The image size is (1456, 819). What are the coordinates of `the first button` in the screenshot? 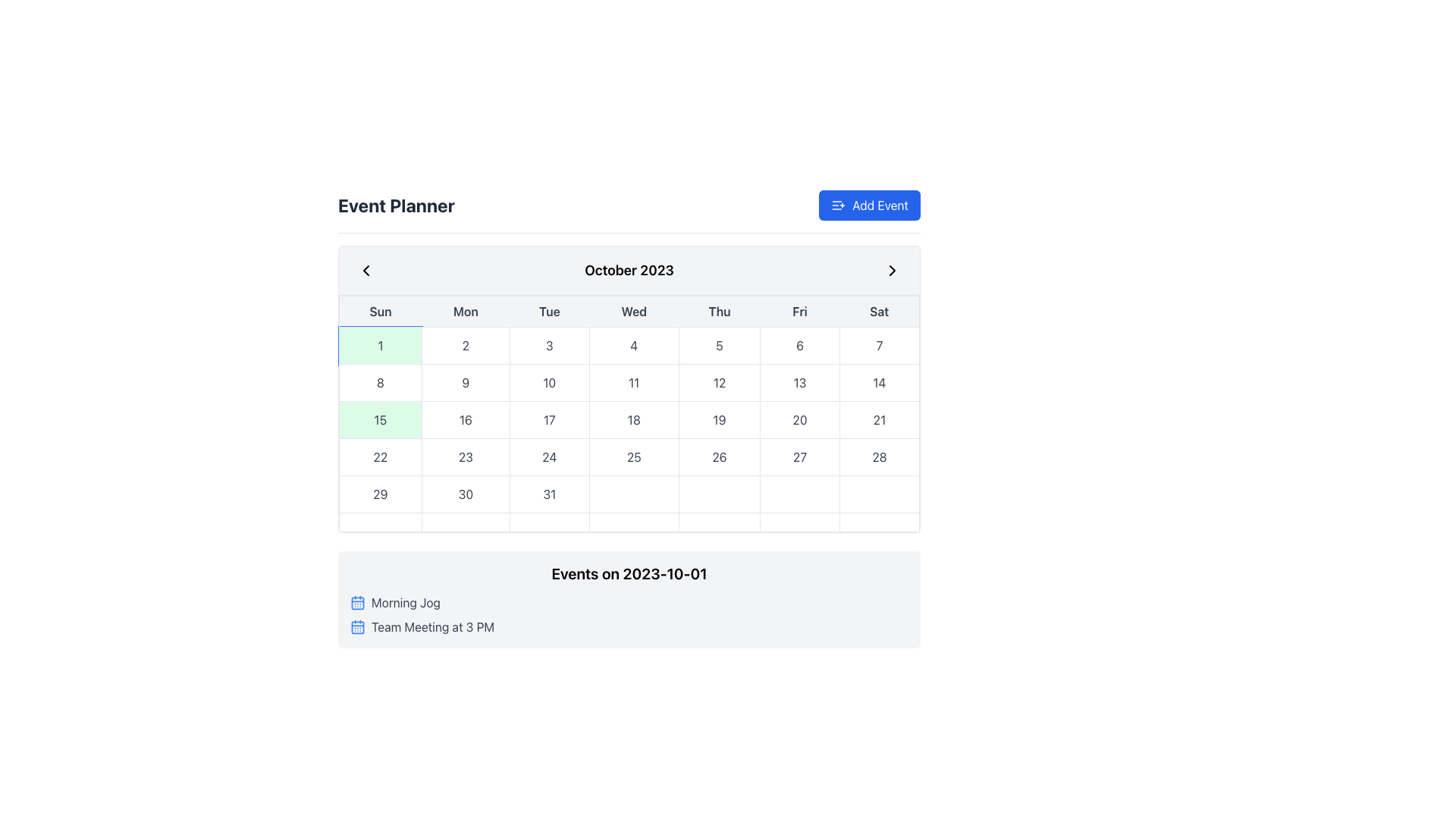 It's located at (380, 345).